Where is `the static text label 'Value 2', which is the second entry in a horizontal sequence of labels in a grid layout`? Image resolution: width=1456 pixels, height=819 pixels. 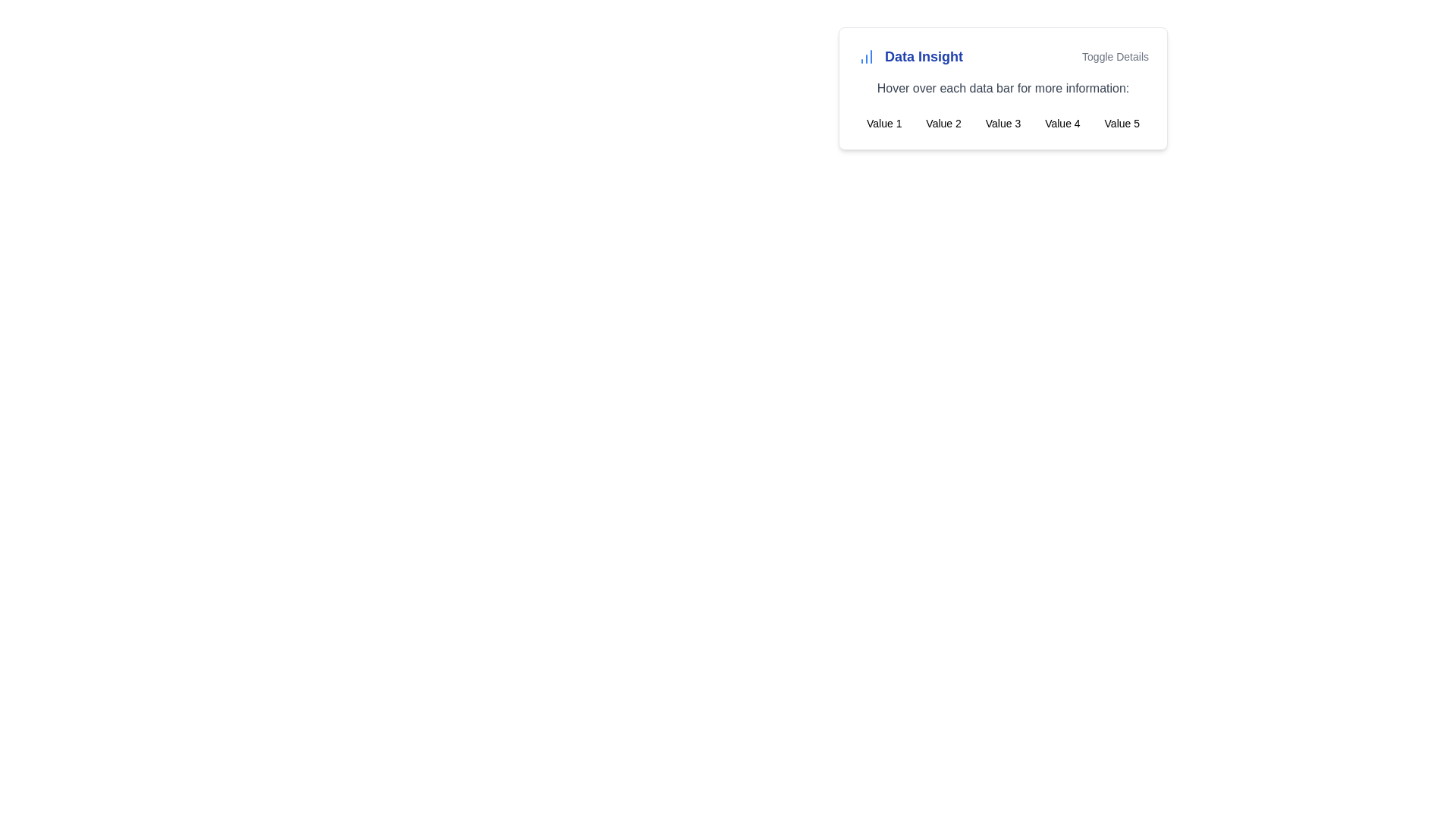
the static text label 'Value 2', which is the second entry in a horizontal sequence of labels in a grid layout is located at coordinates (943, 119).